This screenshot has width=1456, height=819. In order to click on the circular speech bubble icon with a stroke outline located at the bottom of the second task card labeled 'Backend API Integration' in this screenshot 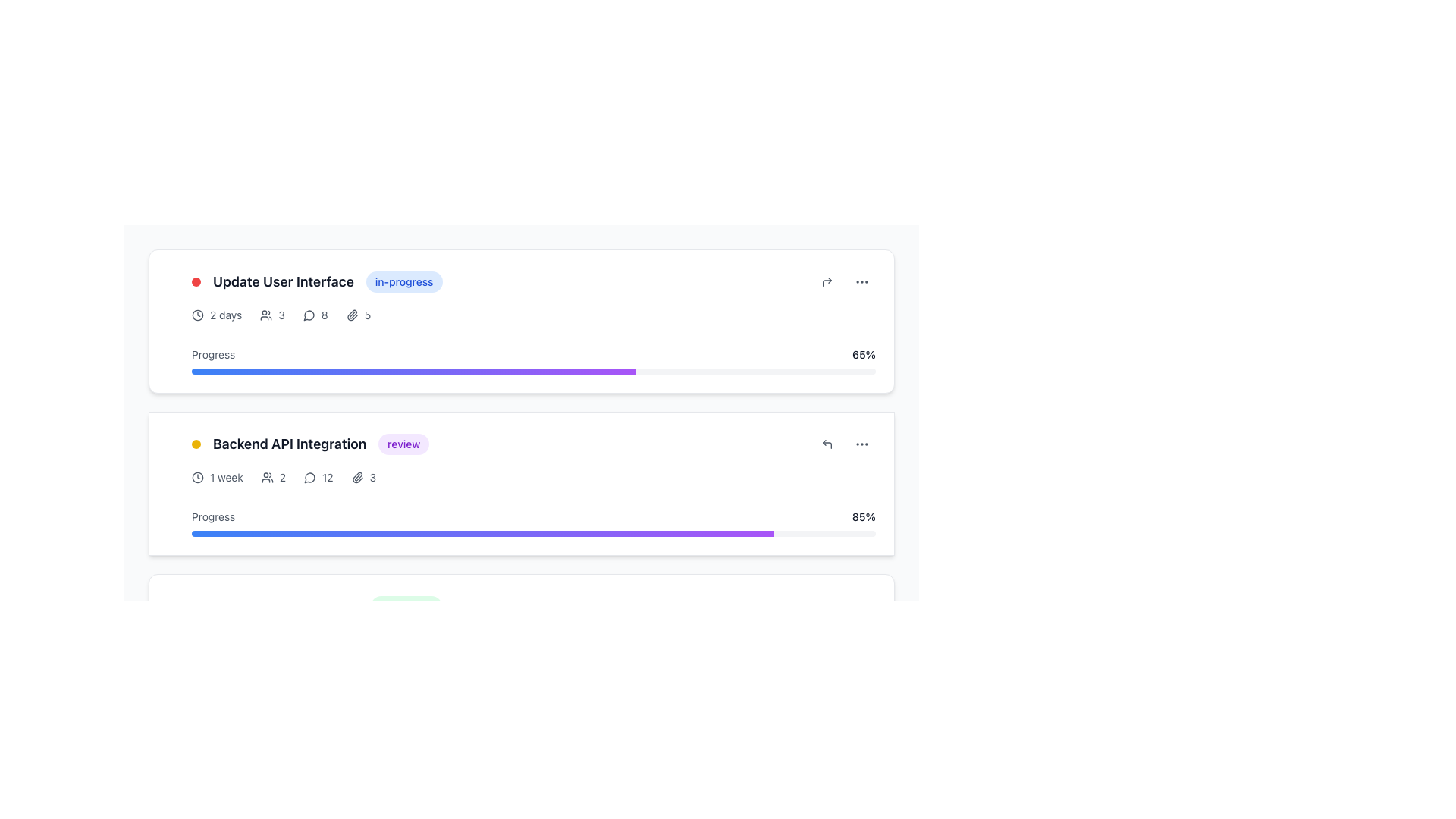, I will do `click(309, 476)`.